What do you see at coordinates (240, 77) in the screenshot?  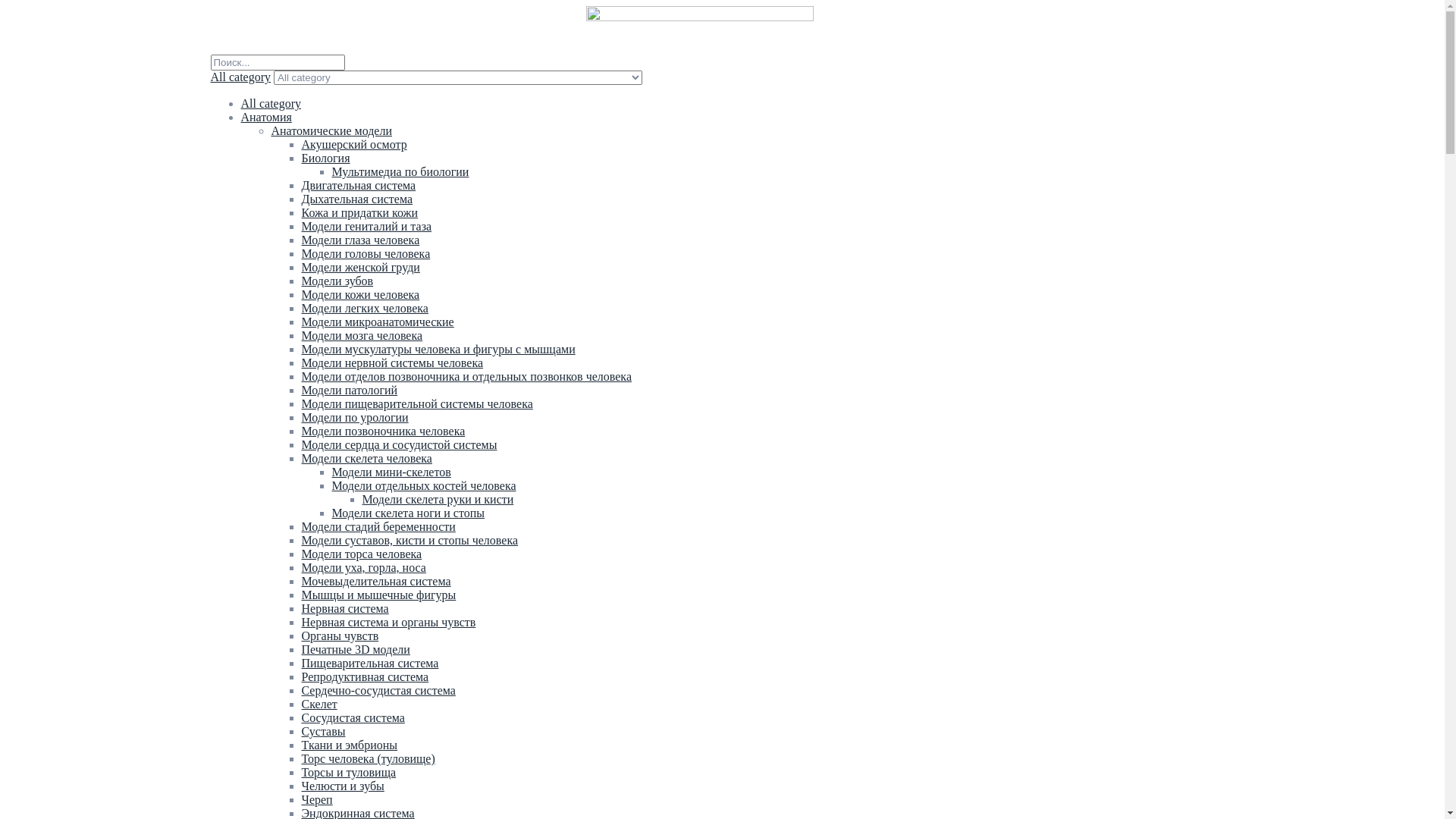 I see `'All category'` at bounding box center [240, 77].